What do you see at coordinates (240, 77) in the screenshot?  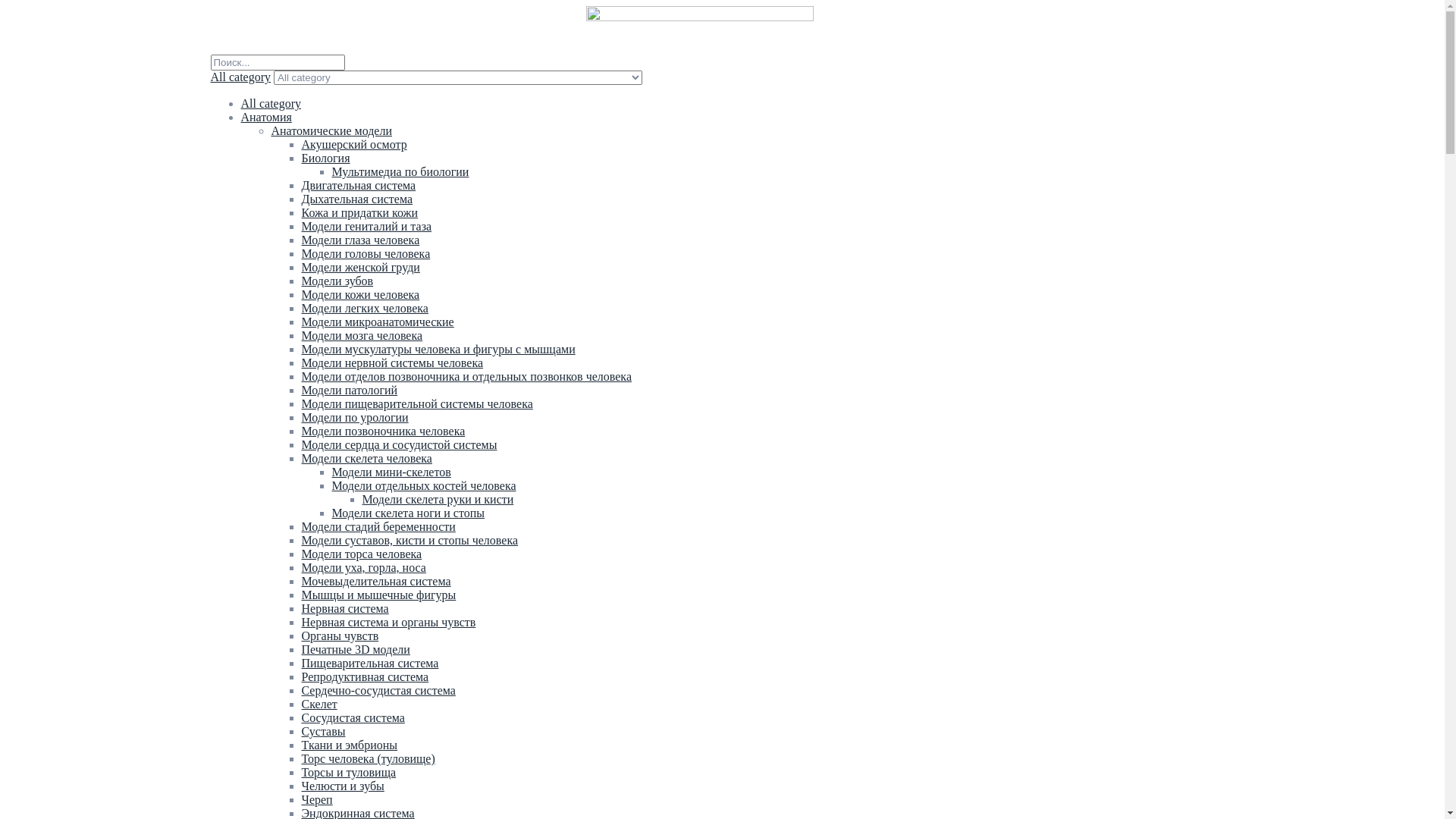 I see `'All category'` at bounding box center [240, 77].